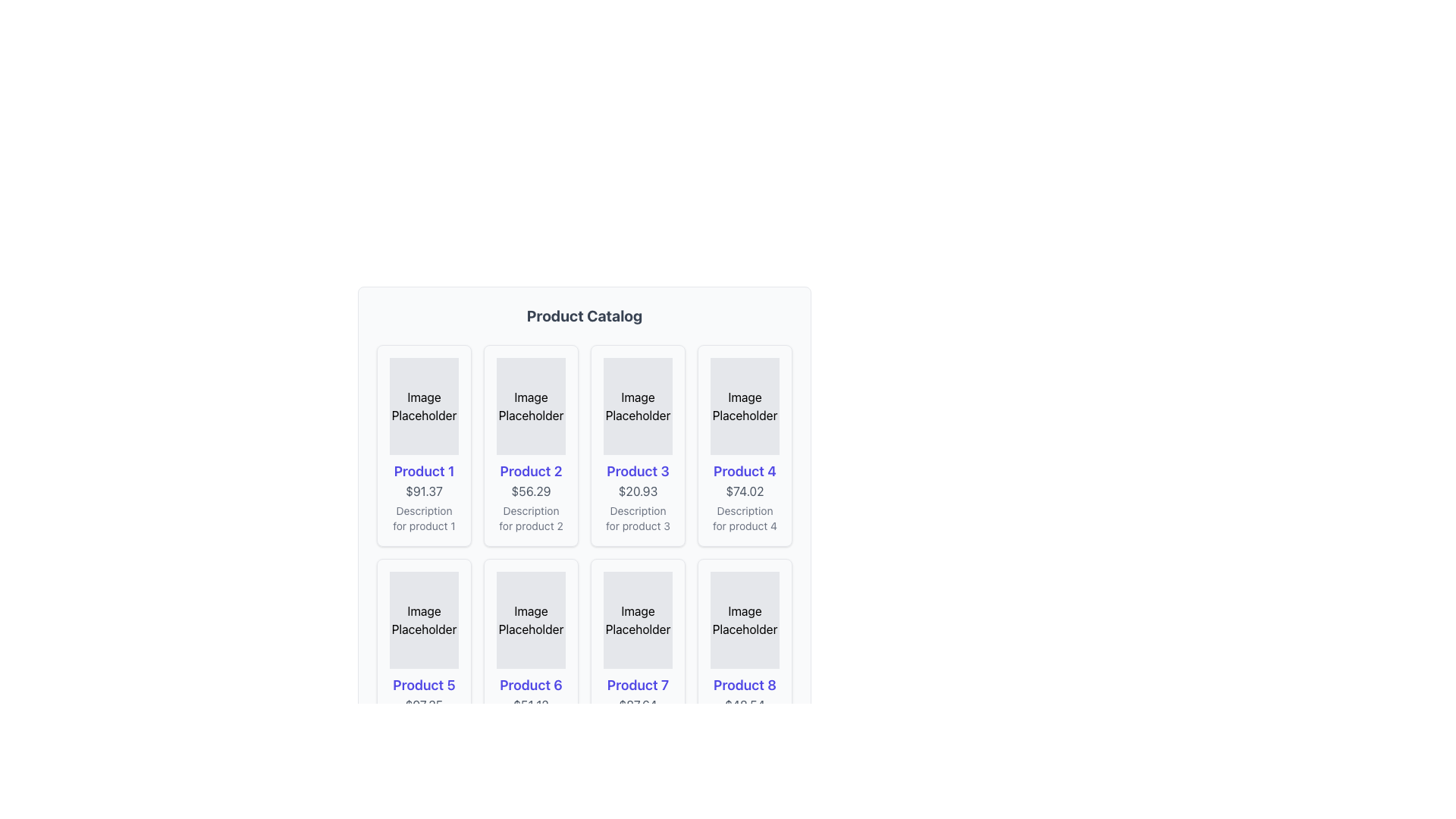  I want to click on the Label displaying the price '$91.37' which is styled in gray font and located below the product title 'Product 1', so click(424, 491).